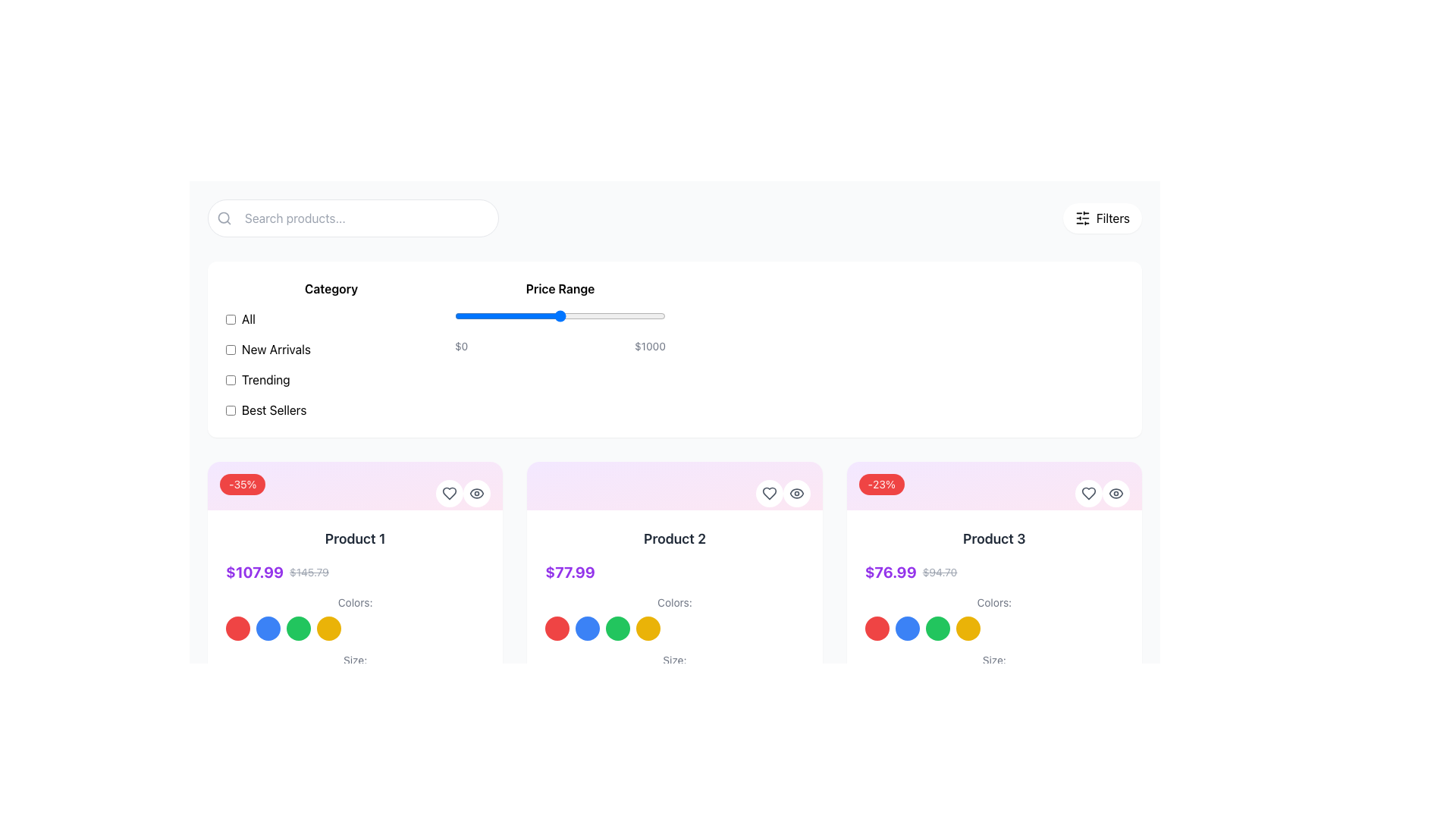 Image resolution: width=1456 pixels, height=819 pixels. I want to click on the price range, so click(628, 315).